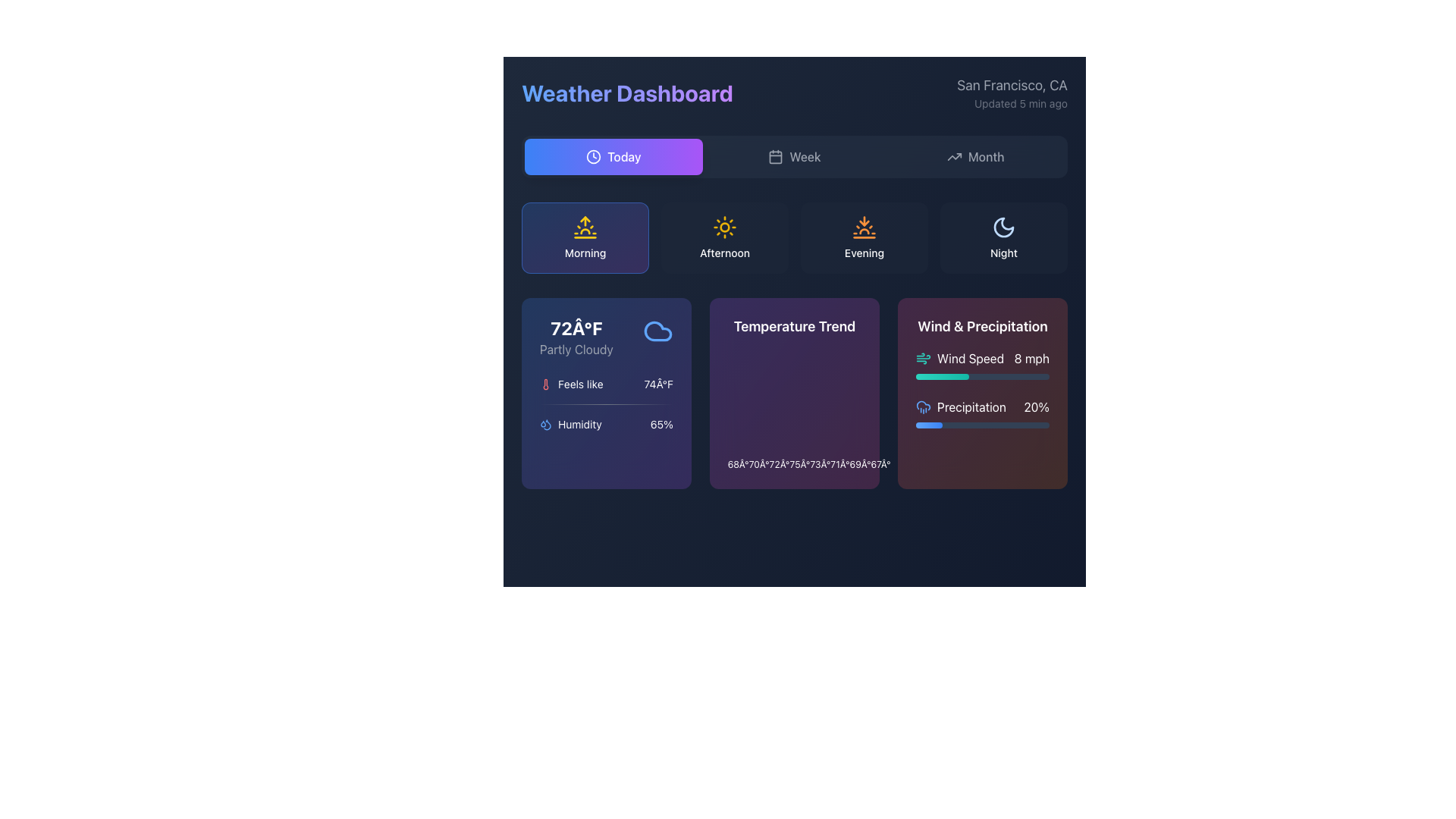 Image resolution: width=1456 pixels, height=819 pixels. I want to click on the progress bar located in the 'Wind & Precipitation' section, directly below the 'Wind Speed 8 mph' text, which has a dark background and a gradient fill indicating 40% progress, so click(983, 376).